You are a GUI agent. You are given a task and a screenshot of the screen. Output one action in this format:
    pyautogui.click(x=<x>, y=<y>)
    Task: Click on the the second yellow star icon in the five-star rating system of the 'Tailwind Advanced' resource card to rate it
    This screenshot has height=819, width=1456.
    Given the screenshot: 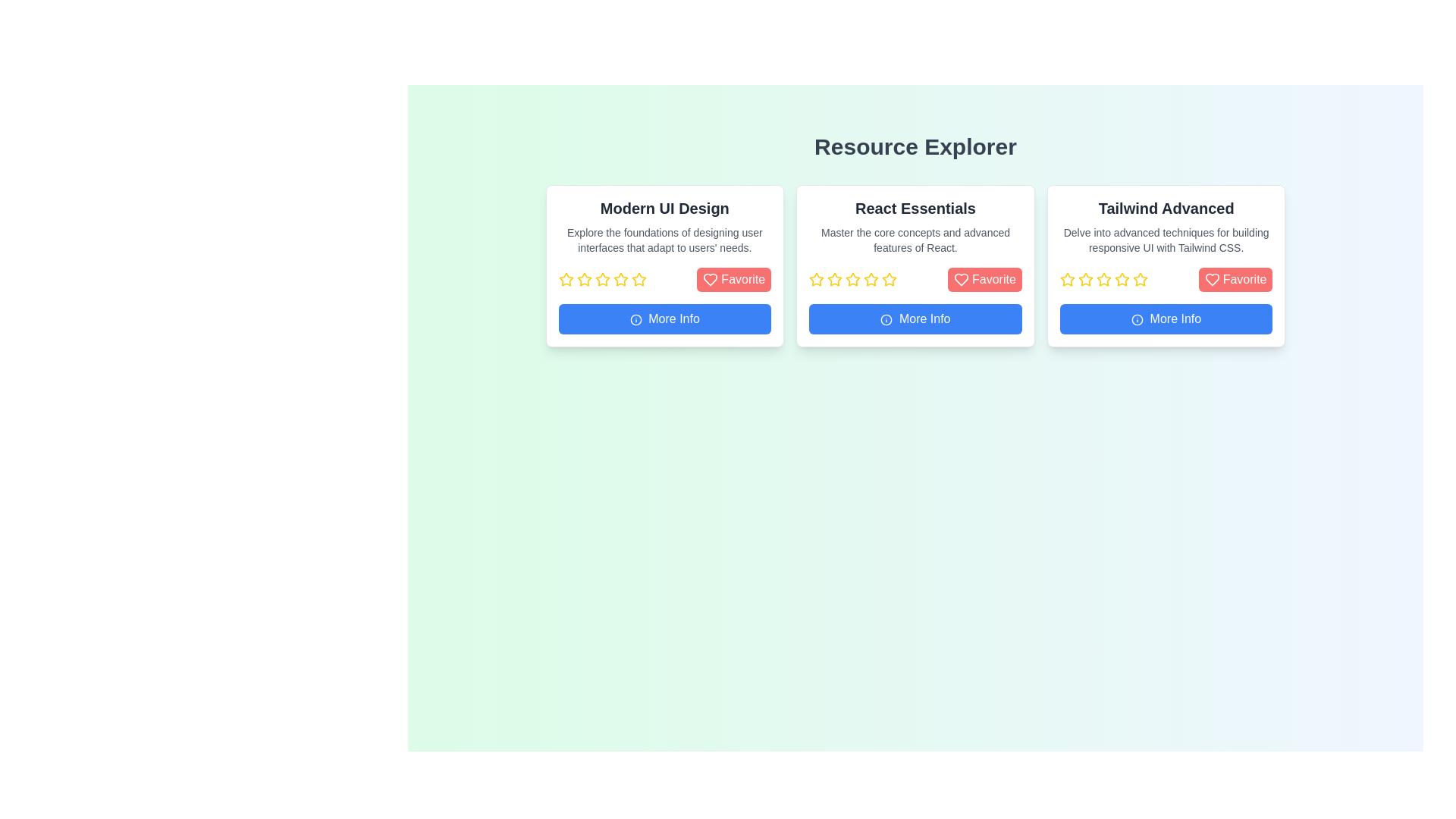 What is the action you would take?
    pyautogui.click(x=1122, y=279)
    